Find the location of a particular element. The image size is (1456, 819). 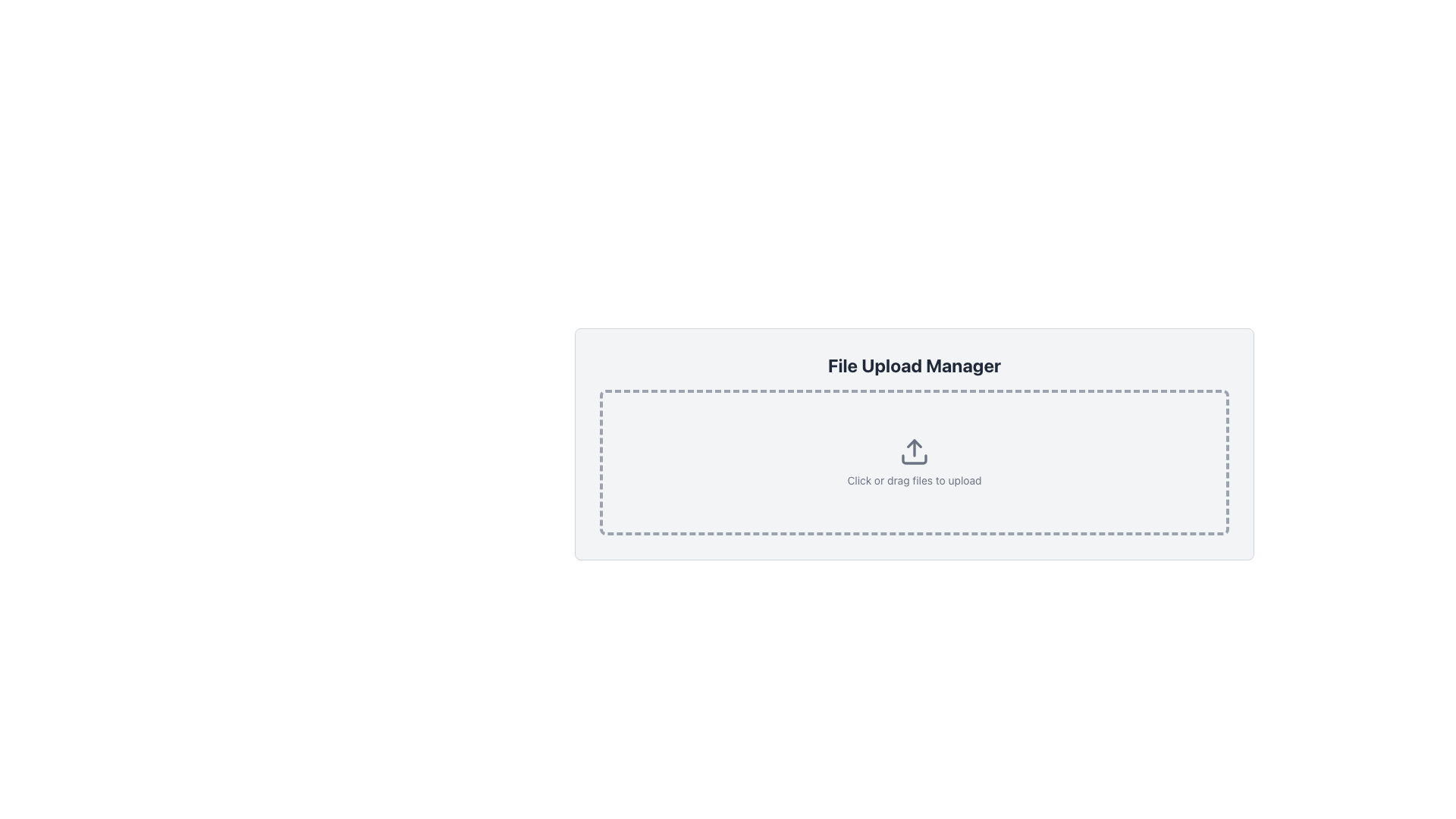

the horizontal line with rounded corners that serves as the base of the file upload icon is located at coordinates (913, 458).